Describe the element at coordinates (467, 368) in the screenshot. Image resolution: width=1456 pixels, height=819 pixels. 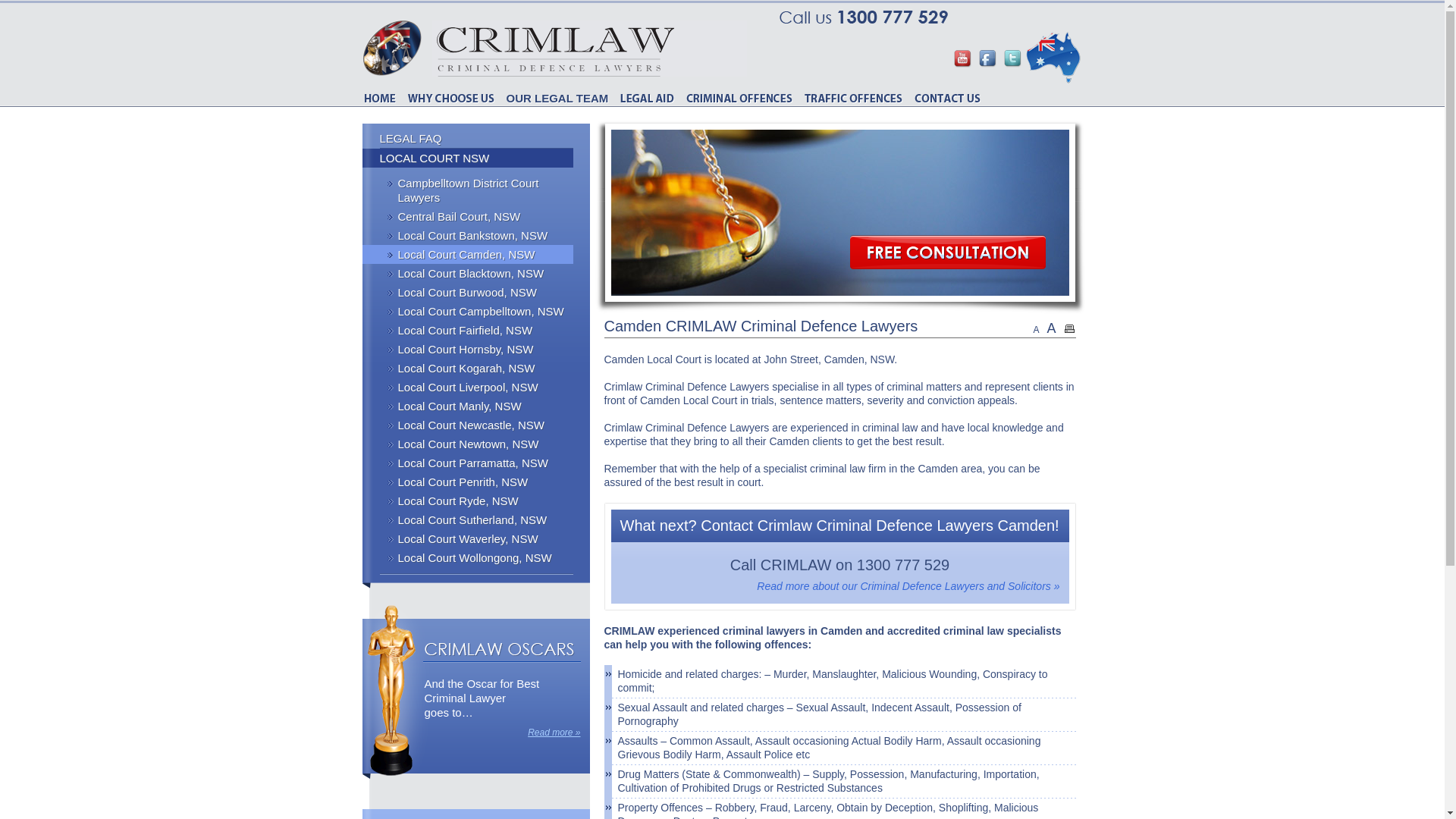
I see `'Local Court Kogarah, NSW'` at that location.